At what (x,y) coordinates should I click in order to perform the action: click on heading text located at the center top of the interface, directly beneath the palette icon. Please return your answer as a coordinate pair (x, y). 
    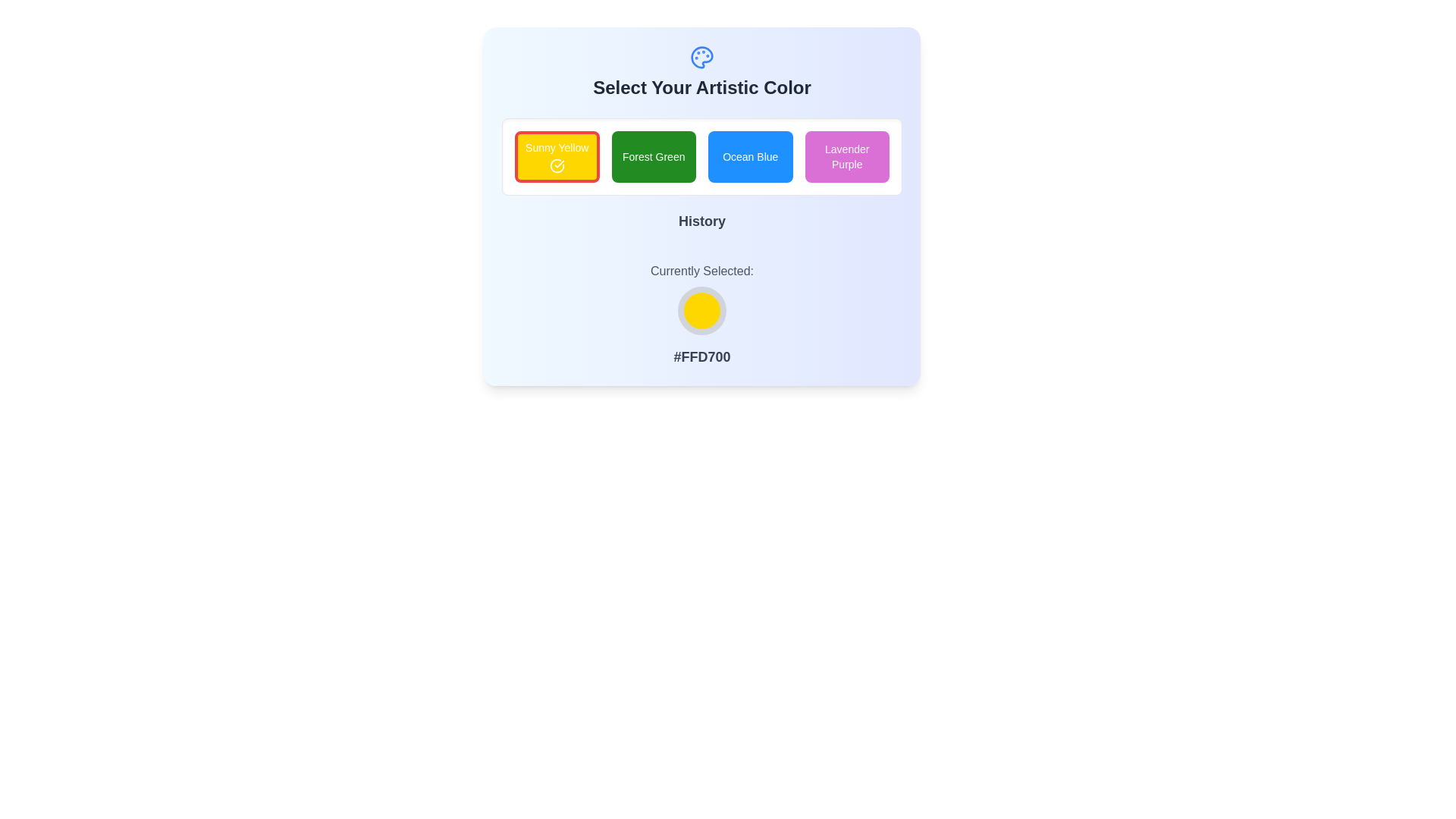
    Looking at the image, I should click on (701, 87).